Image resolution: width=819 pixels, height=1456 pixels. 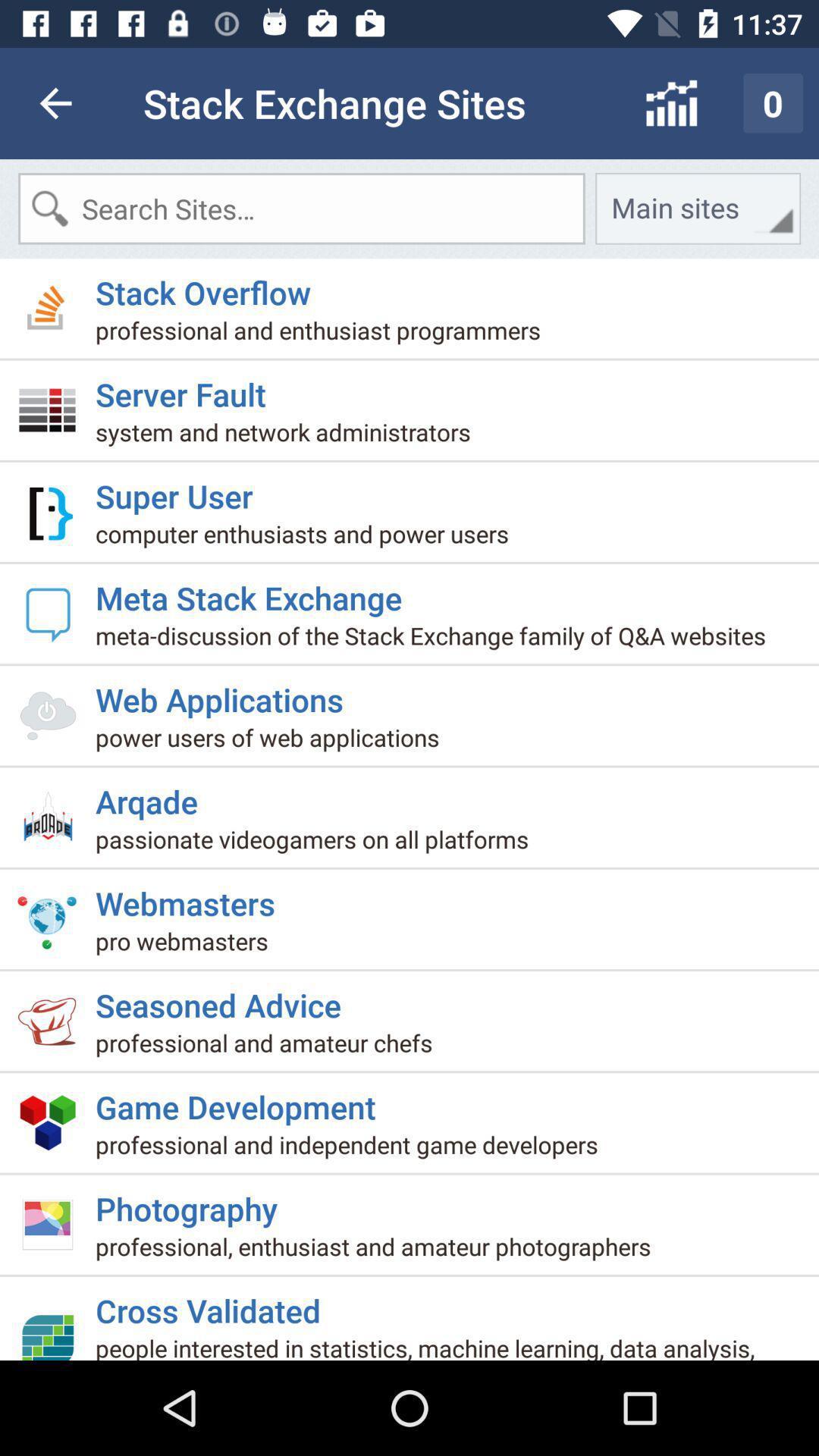 What do you see at coordinates (289, 437) in the screenshot?
I see `icon below server fault icon` at bounding box center [289, 437].